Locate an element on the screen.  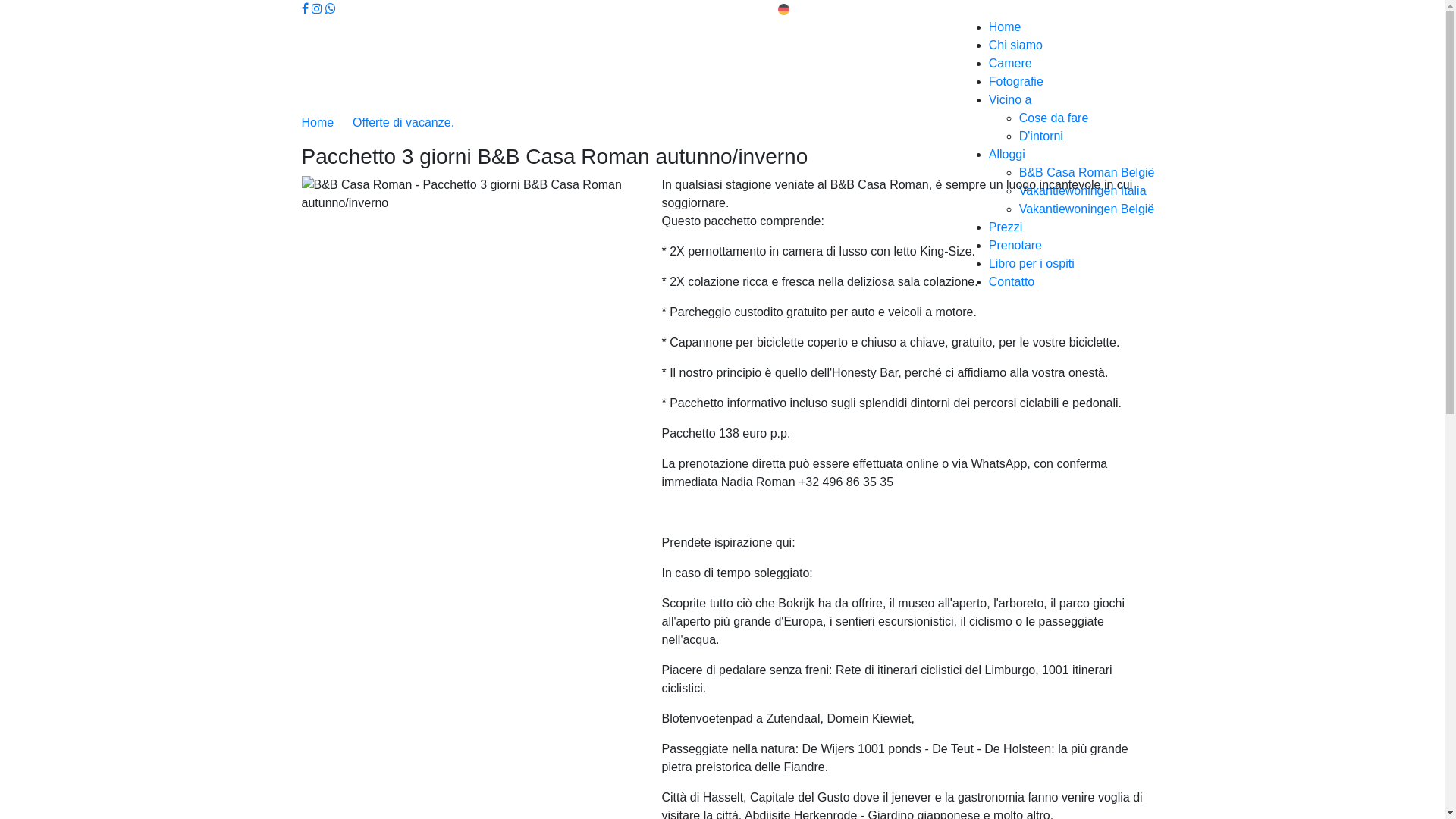
'Prezzi' is located at coordinates (989, 227).